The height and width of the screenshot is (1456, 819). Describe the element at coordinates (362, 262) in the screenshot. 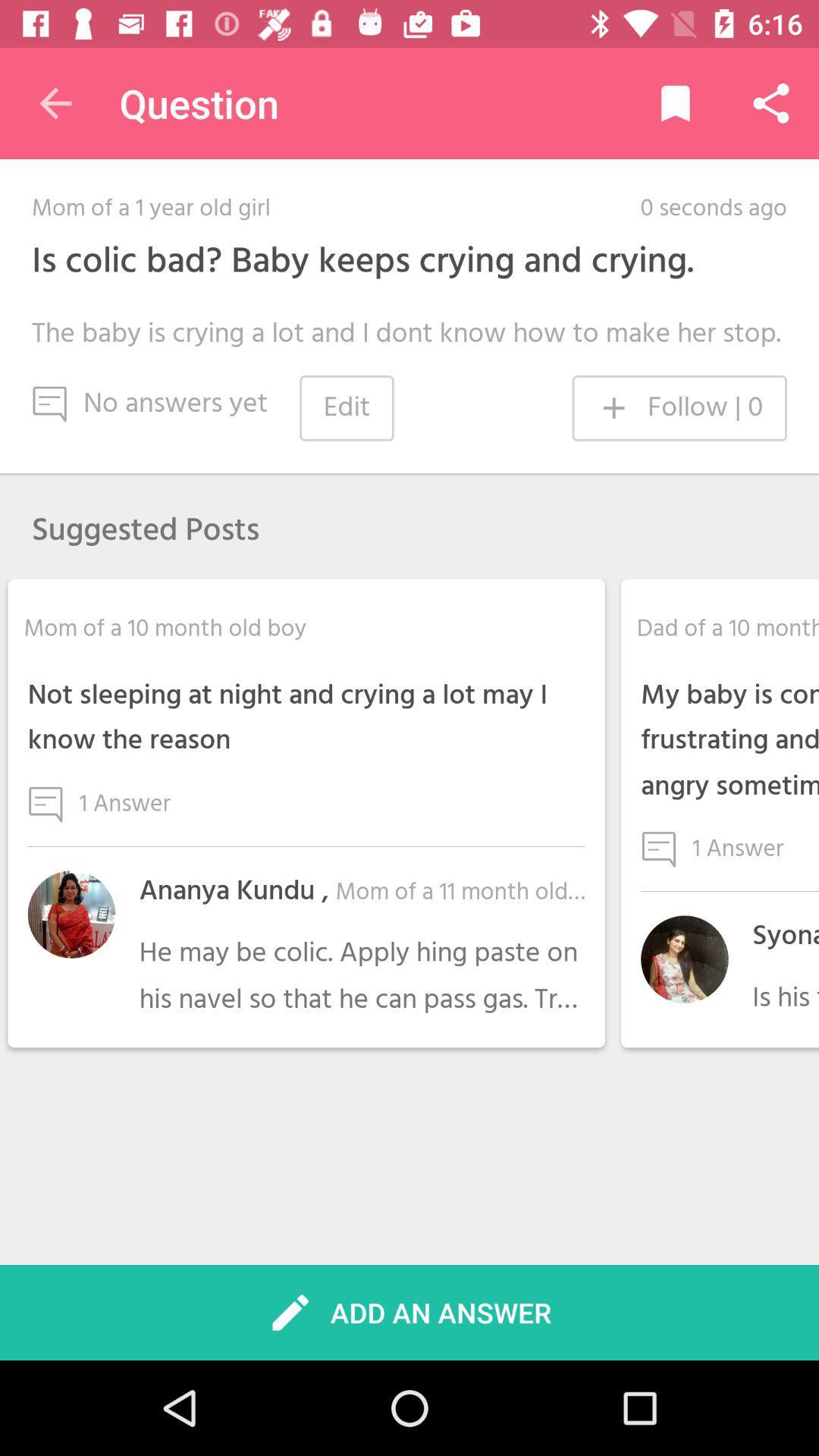

I see `the item above the baby is item` at that location.